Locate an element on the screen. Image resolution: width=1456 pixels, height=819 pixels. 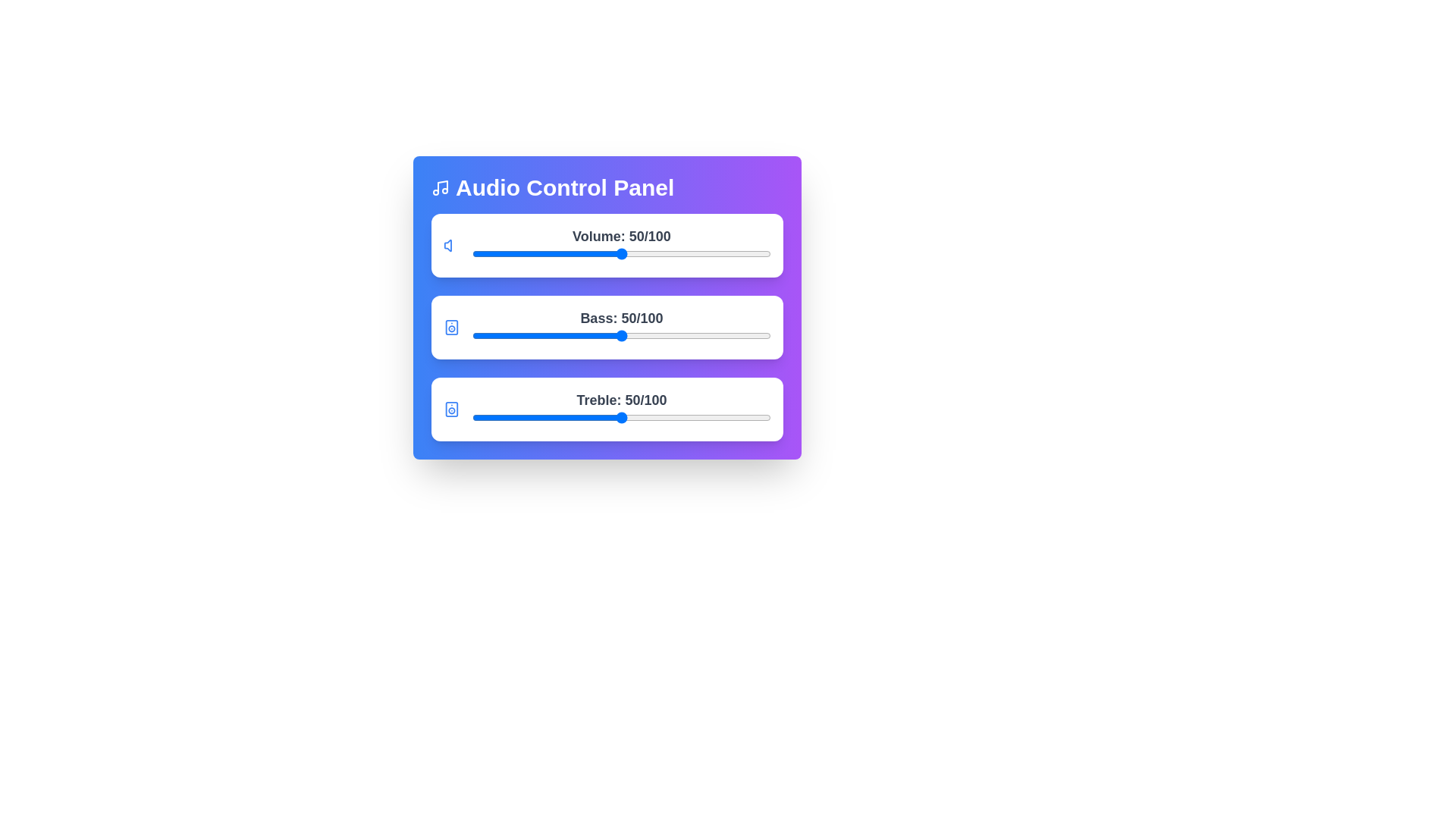
the treble slider to 17 value is located at coordinates (522, 418).